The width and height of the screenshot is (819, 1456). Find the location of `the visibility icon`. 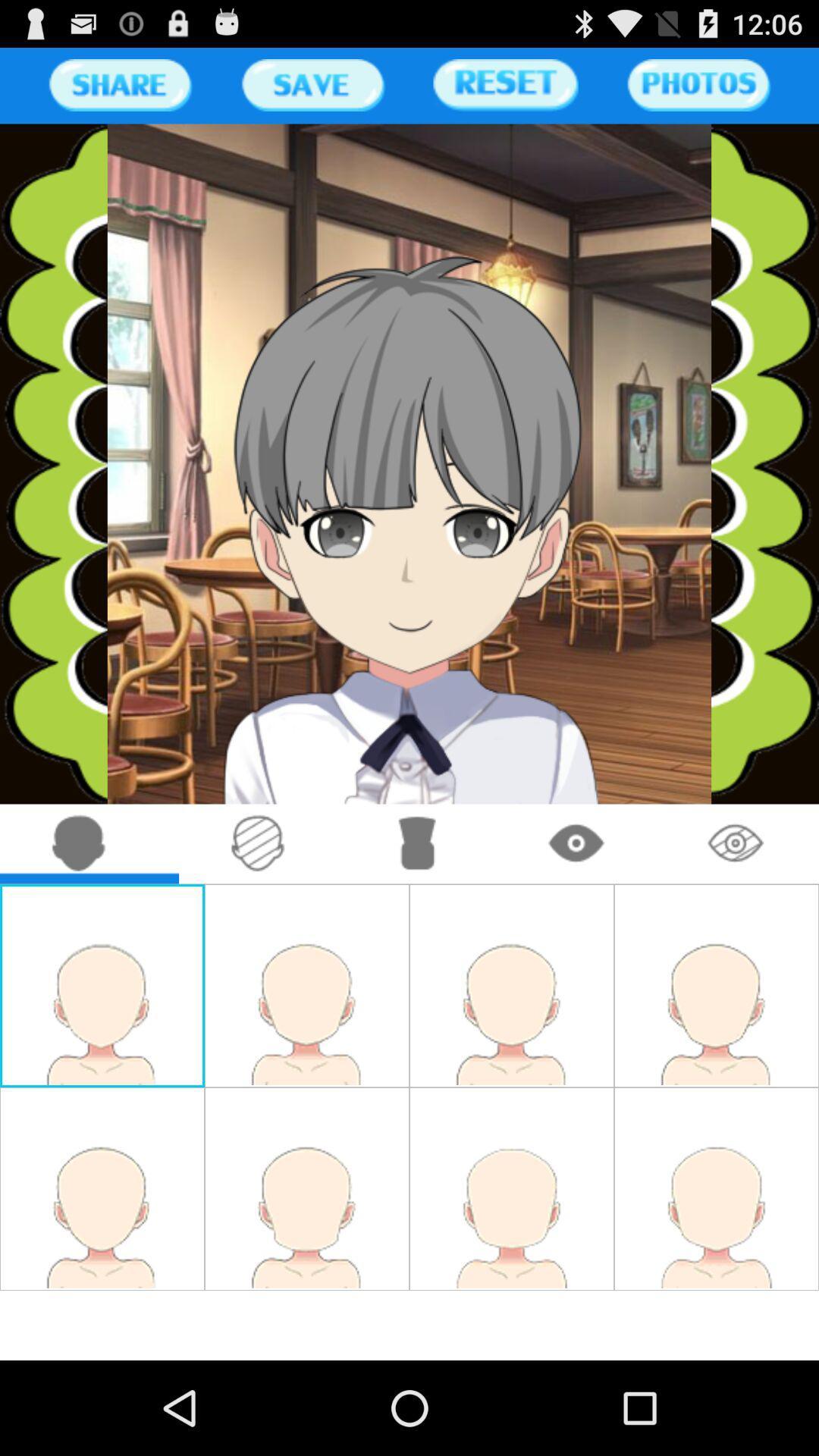

the visibility icon is located at coordinates (736, 903).